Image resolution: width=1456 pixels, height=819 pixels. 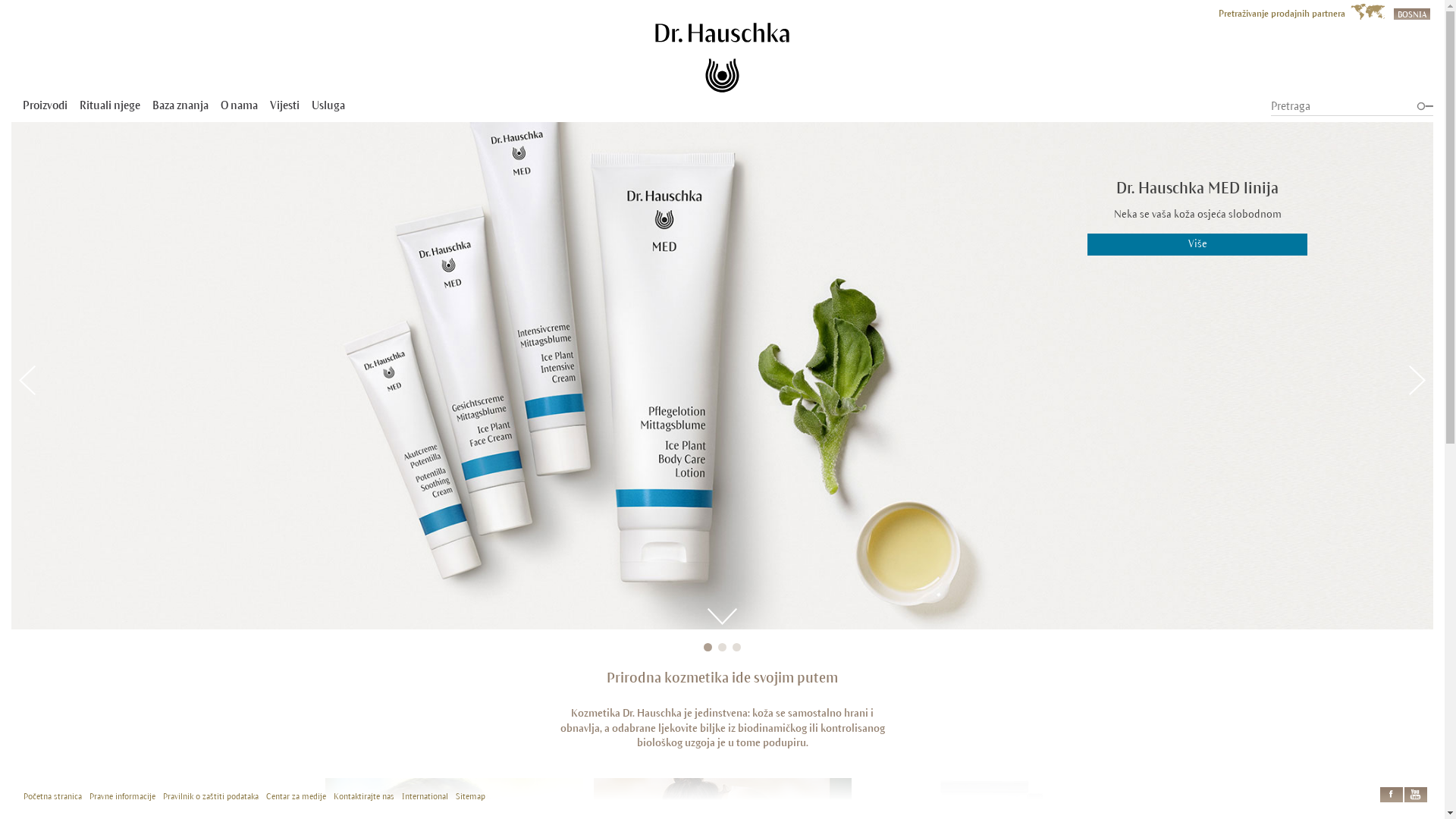 What do you see at coordinates (152, 104) in the screenshot?
I see `'Baza znanja'` at bounding box center [152, 104].